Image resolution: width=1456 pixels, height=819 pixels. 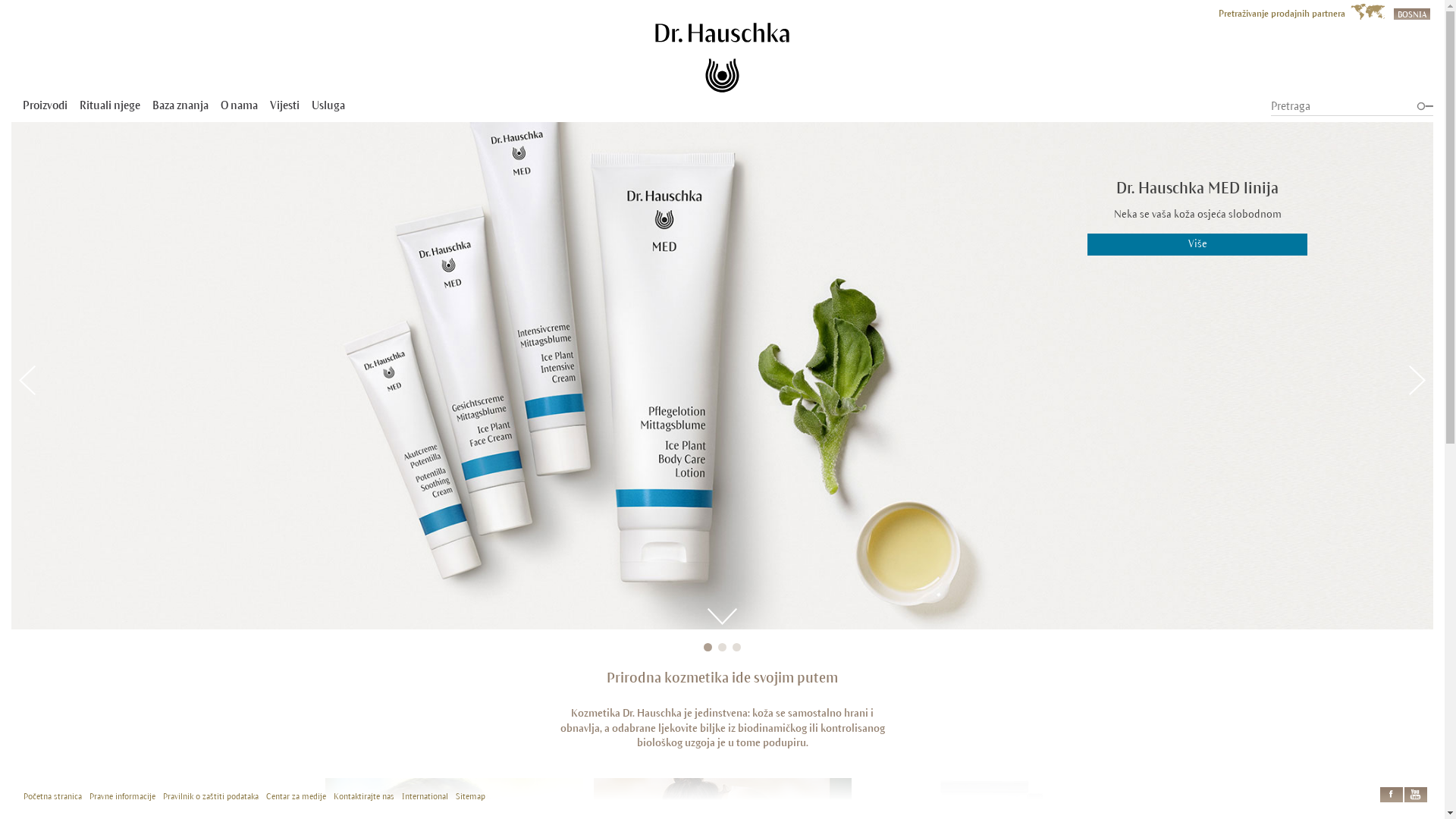 What do you see at coordinates (152, 104) in the screenshot?
I see `'Baza znanja'` at bounding box center [152, 104].